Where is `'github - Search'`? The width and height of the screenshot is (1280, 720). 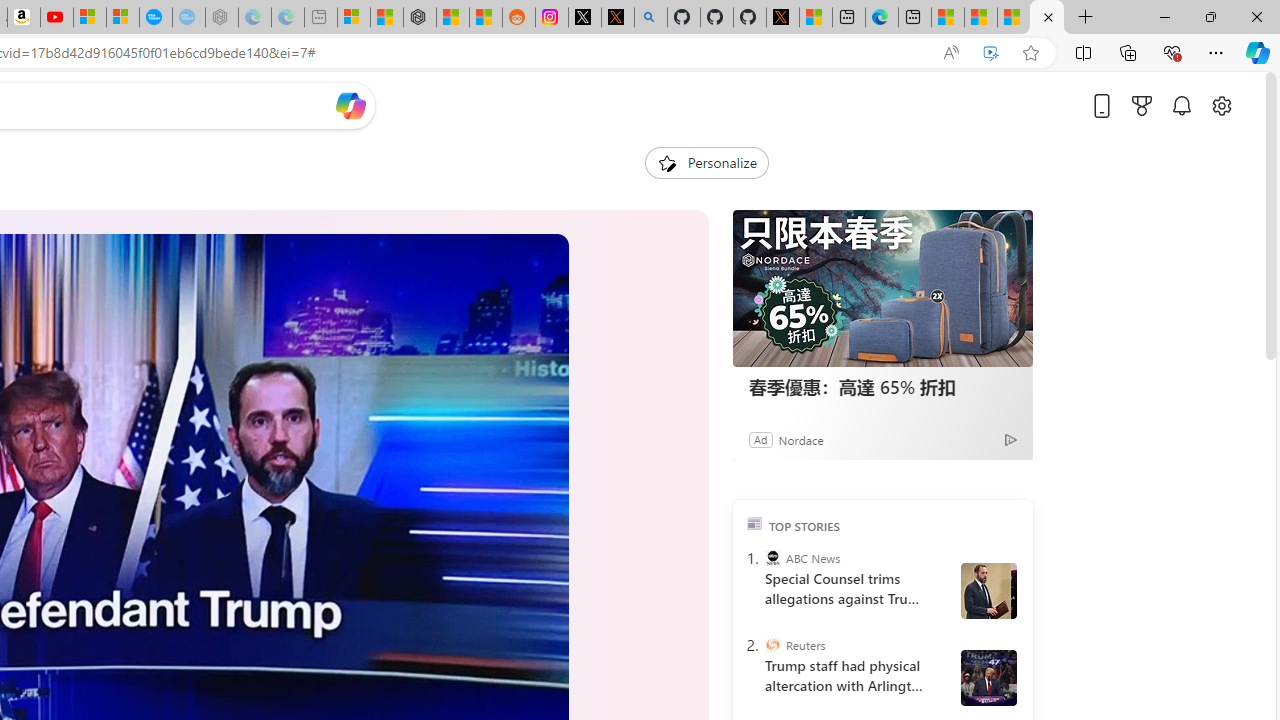 'github - Search' is located at coordinates (650, 17).